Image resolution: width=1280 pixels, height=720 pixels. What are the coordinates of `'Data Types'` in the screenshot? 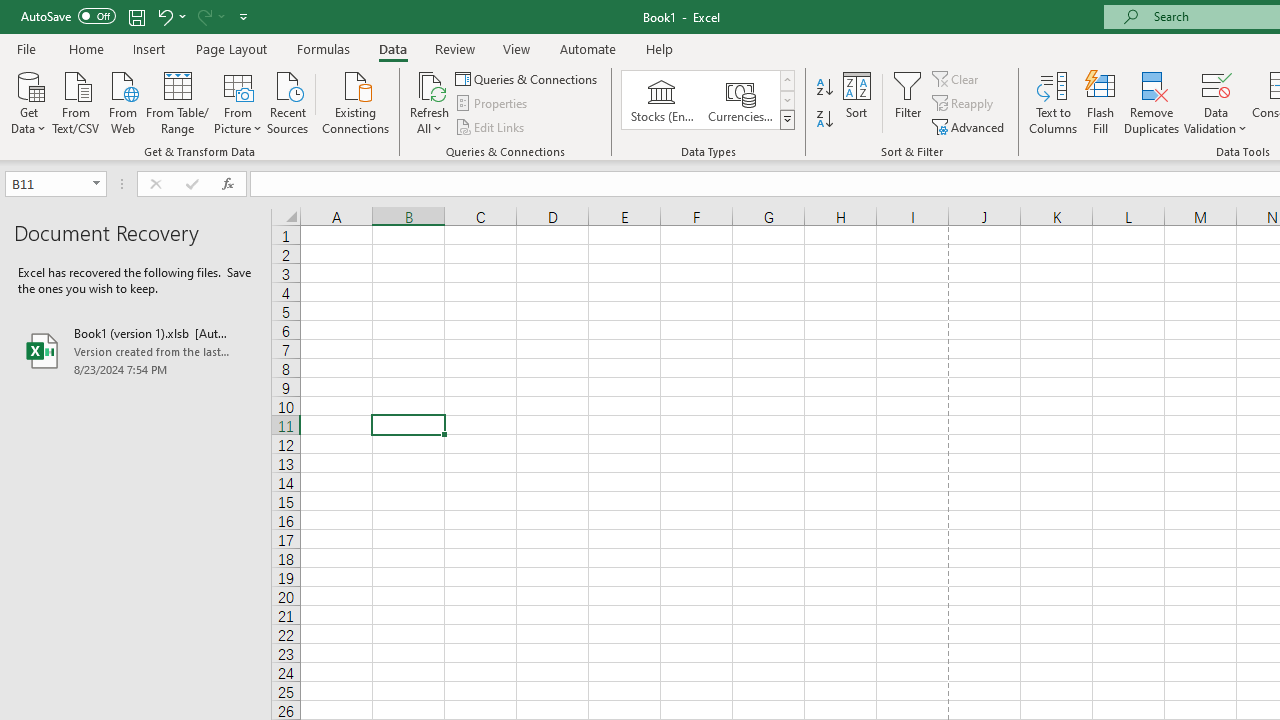 It's located at (786, 120).